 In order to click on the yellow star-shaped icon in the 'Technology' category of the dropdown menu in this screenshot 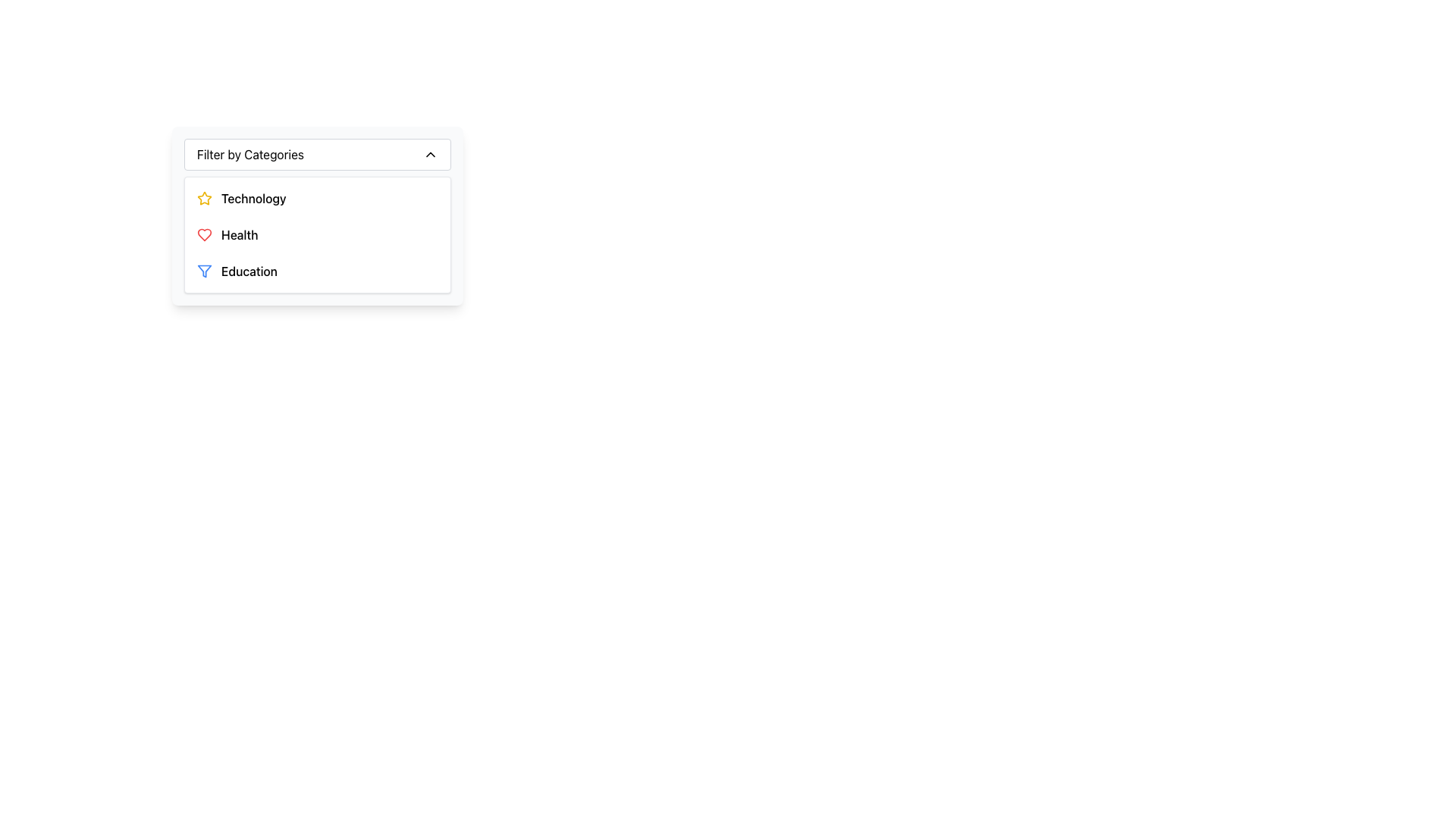, I will do `click(203, 198)`.